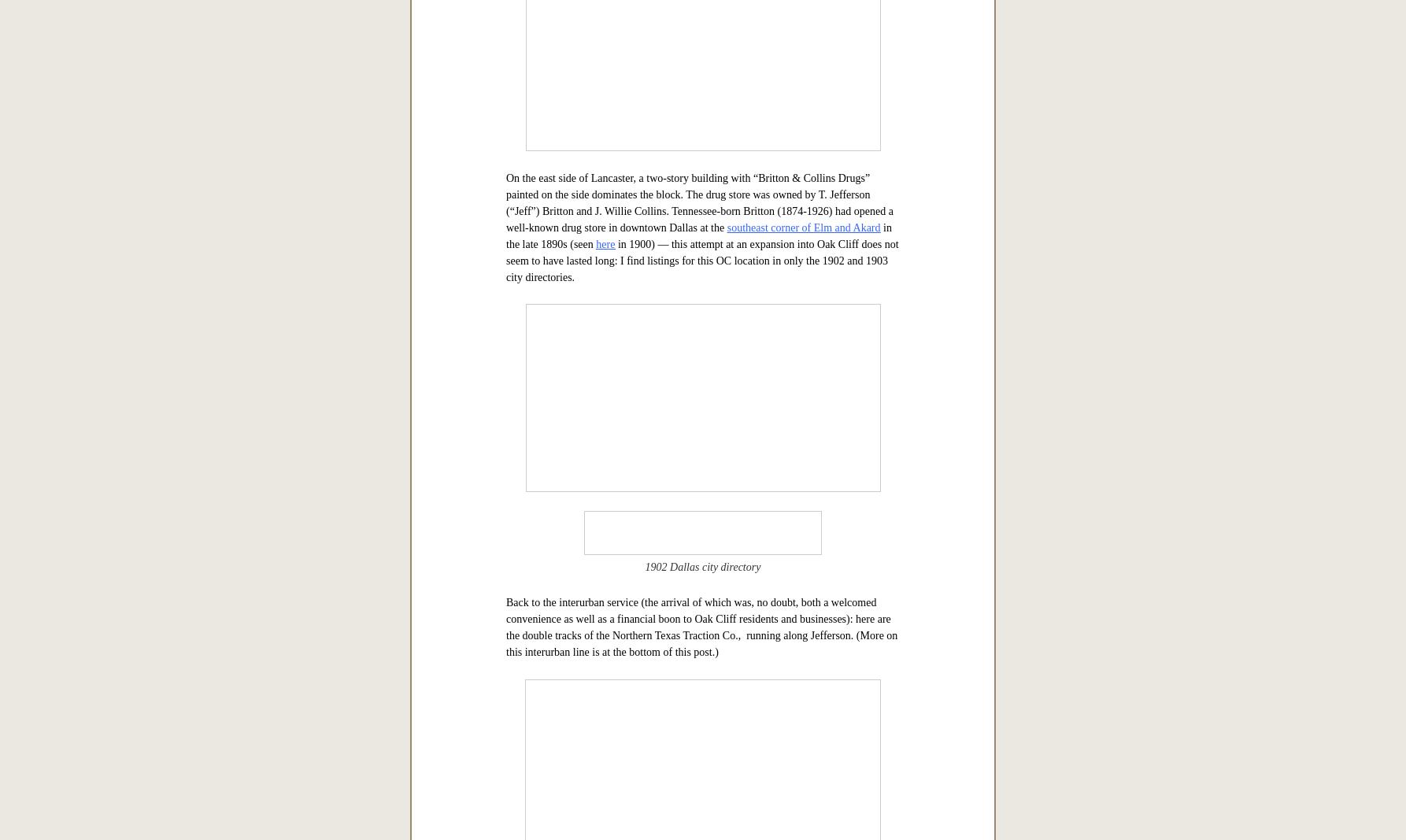 The height and width of the screenshot is (840, 1406). Describe the element at coordinates (697, 730) in the screenshot. I see `'in the late 1890s (seen'` at that location.